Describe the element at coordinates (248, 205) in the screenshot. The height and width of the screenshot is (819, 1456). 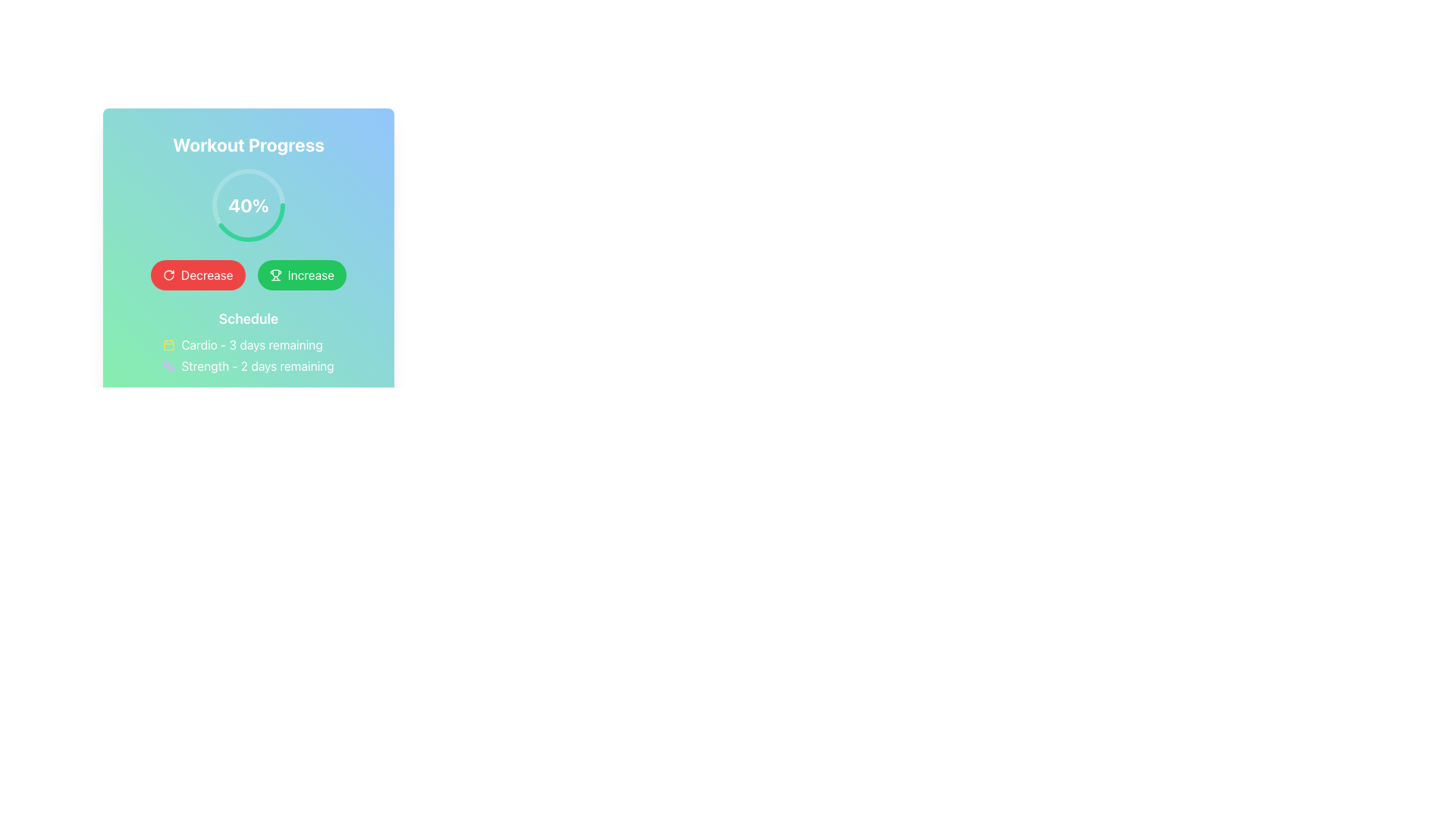
I see `the Circular progress indicator that visually represents workout progress, located centrally within the 'Workout Progress' card` at that location.